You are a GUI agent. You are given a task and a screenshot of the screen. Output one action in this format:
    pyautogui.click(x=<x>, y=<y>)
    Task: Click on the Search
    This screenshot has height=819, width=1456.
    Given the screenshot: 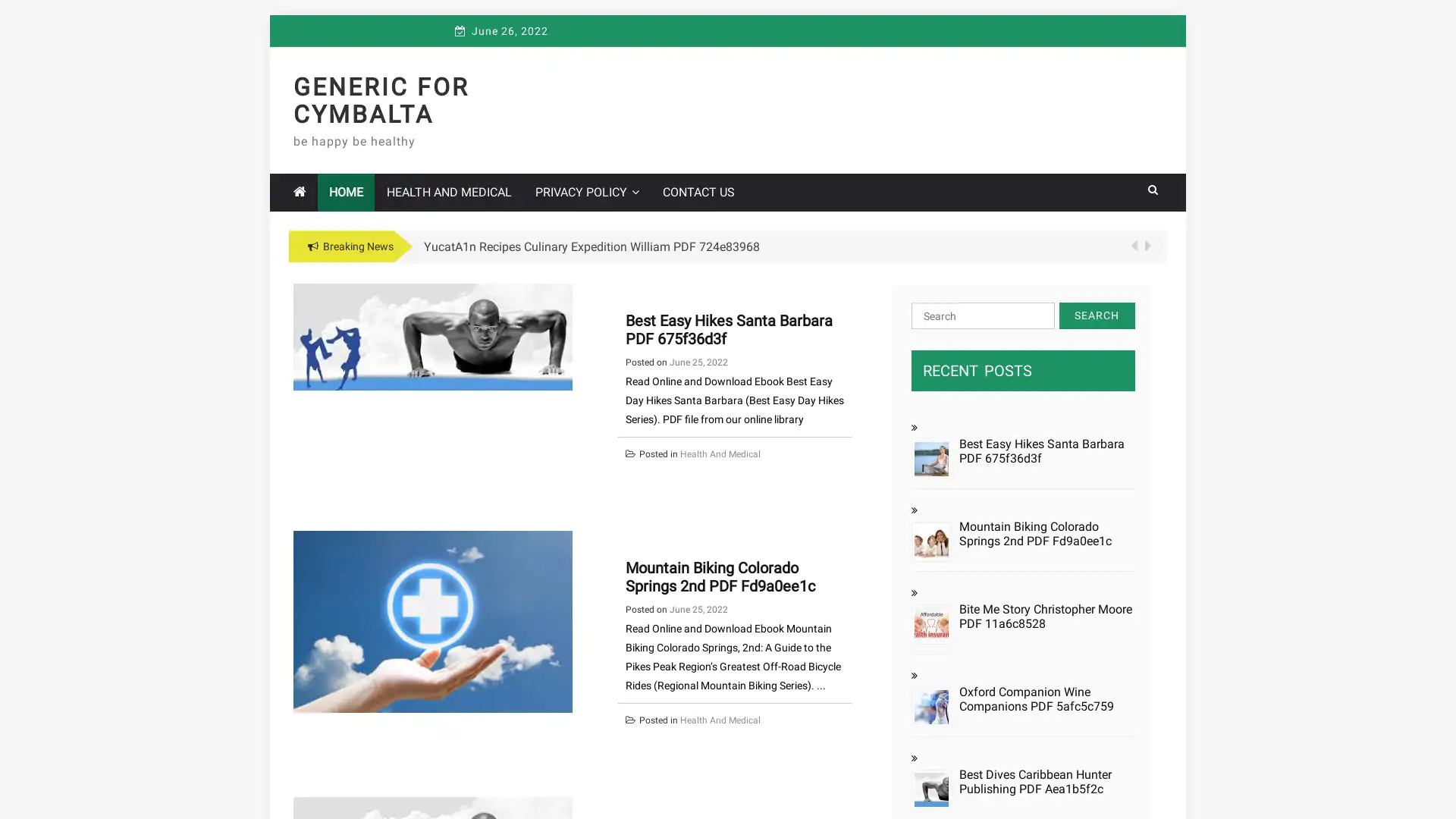 What is the action you would take?
    pyautogui.click(x=1096, y=315)
    